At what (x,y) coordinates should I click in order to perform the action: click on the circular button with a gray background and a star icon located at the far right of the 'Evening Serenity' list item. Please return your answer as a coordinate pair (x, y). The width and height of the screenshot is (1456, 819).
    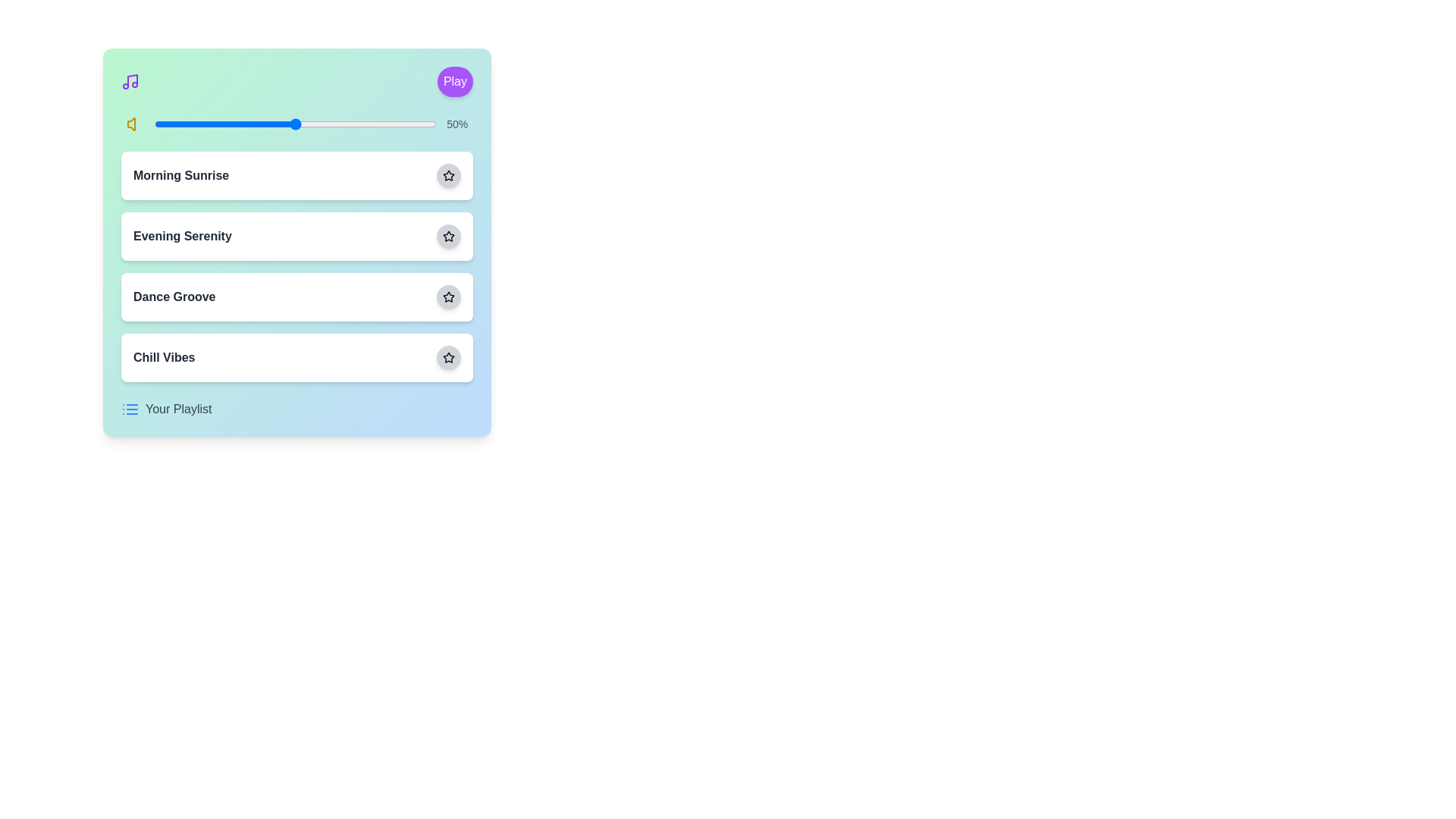
    Looking at the image, I should click on (447, 237).